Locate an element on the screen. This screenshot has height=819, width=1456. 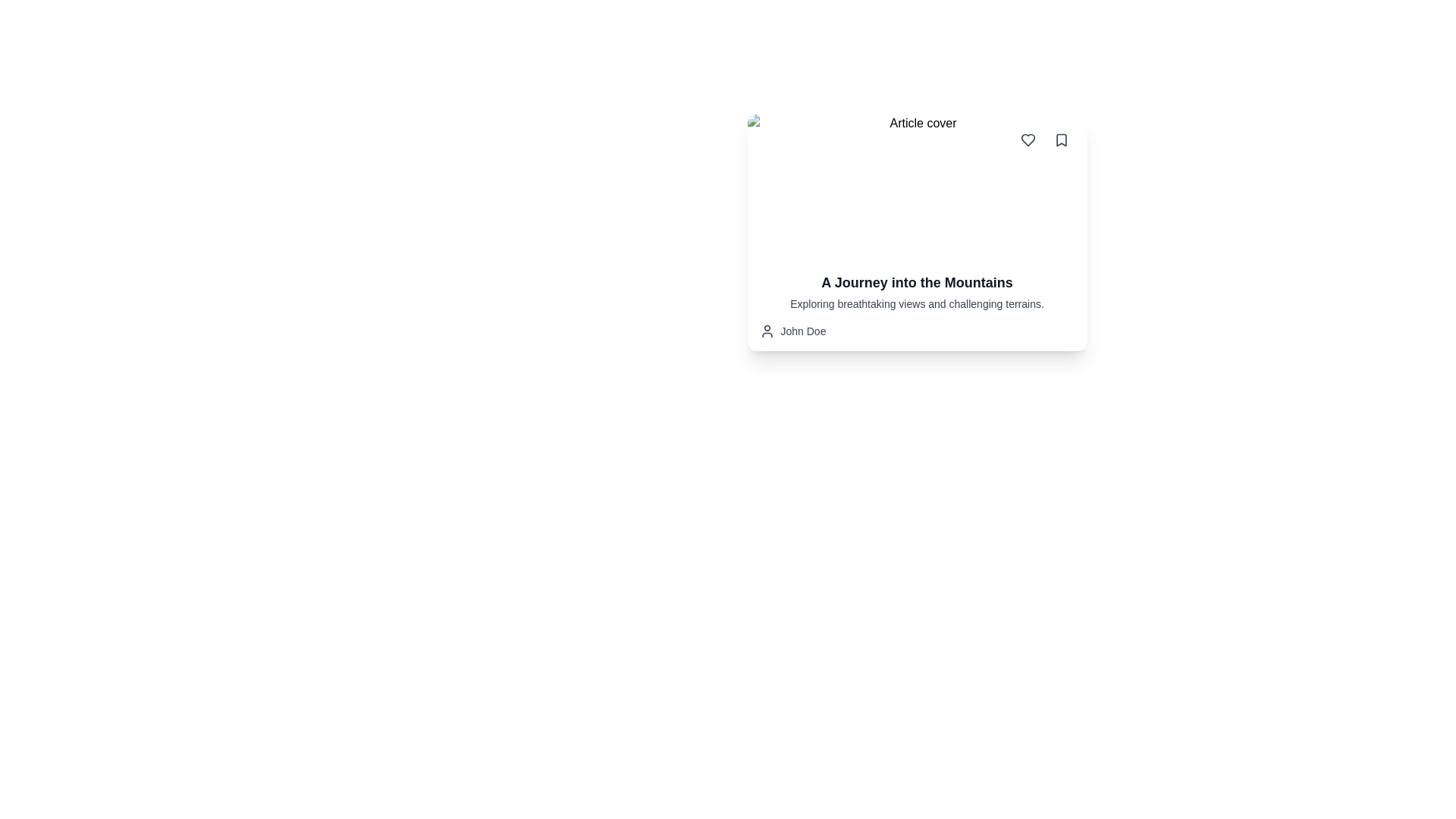
the heading text element which serves as the title for the section, summarizing the content below is located at coordinates (916, 283).